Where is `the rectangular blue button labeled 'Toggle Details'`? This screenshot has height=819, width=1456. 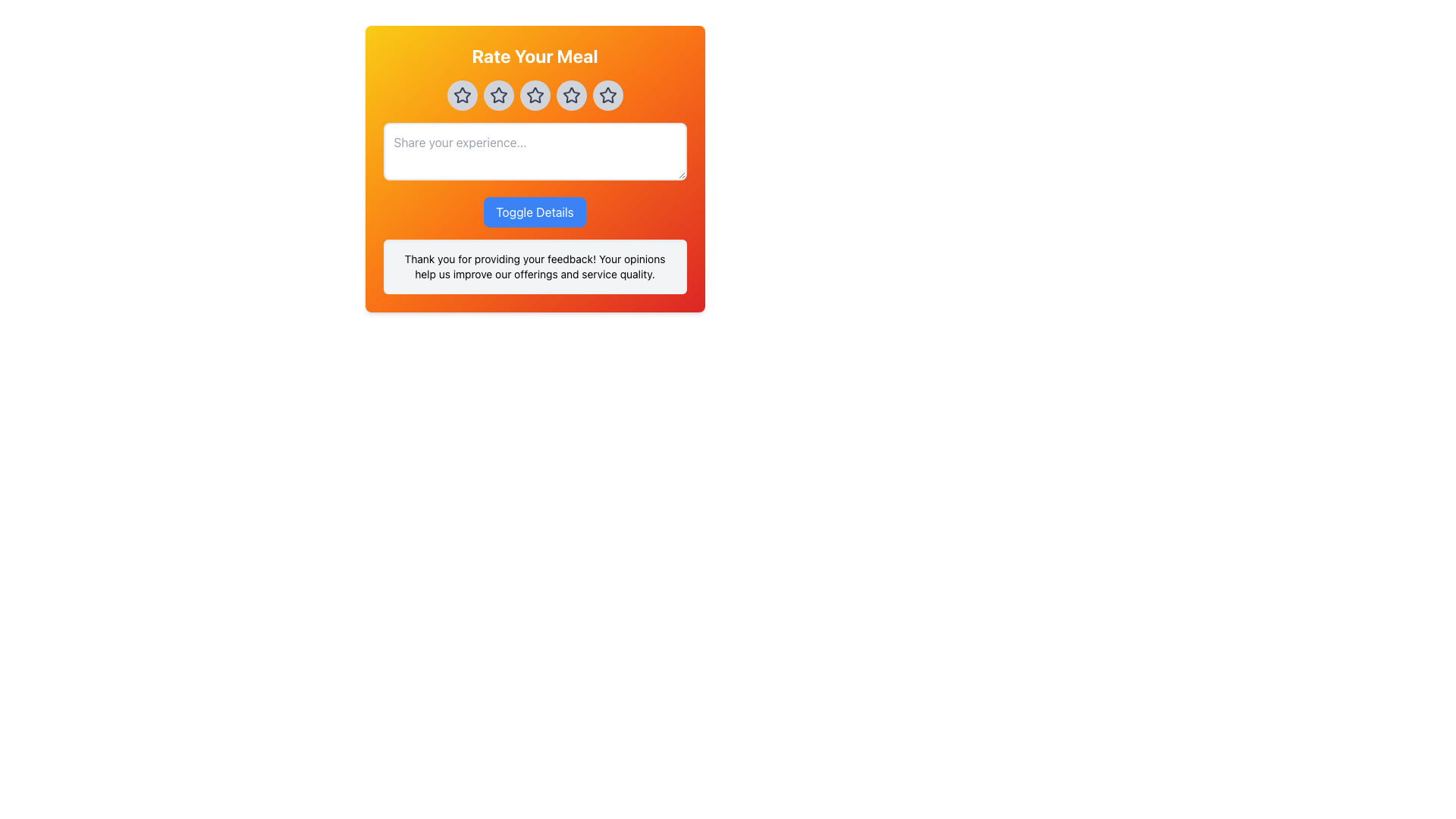 the rectangular blue button labeled 'Toggle Details' is located at coordinates (535, 212).